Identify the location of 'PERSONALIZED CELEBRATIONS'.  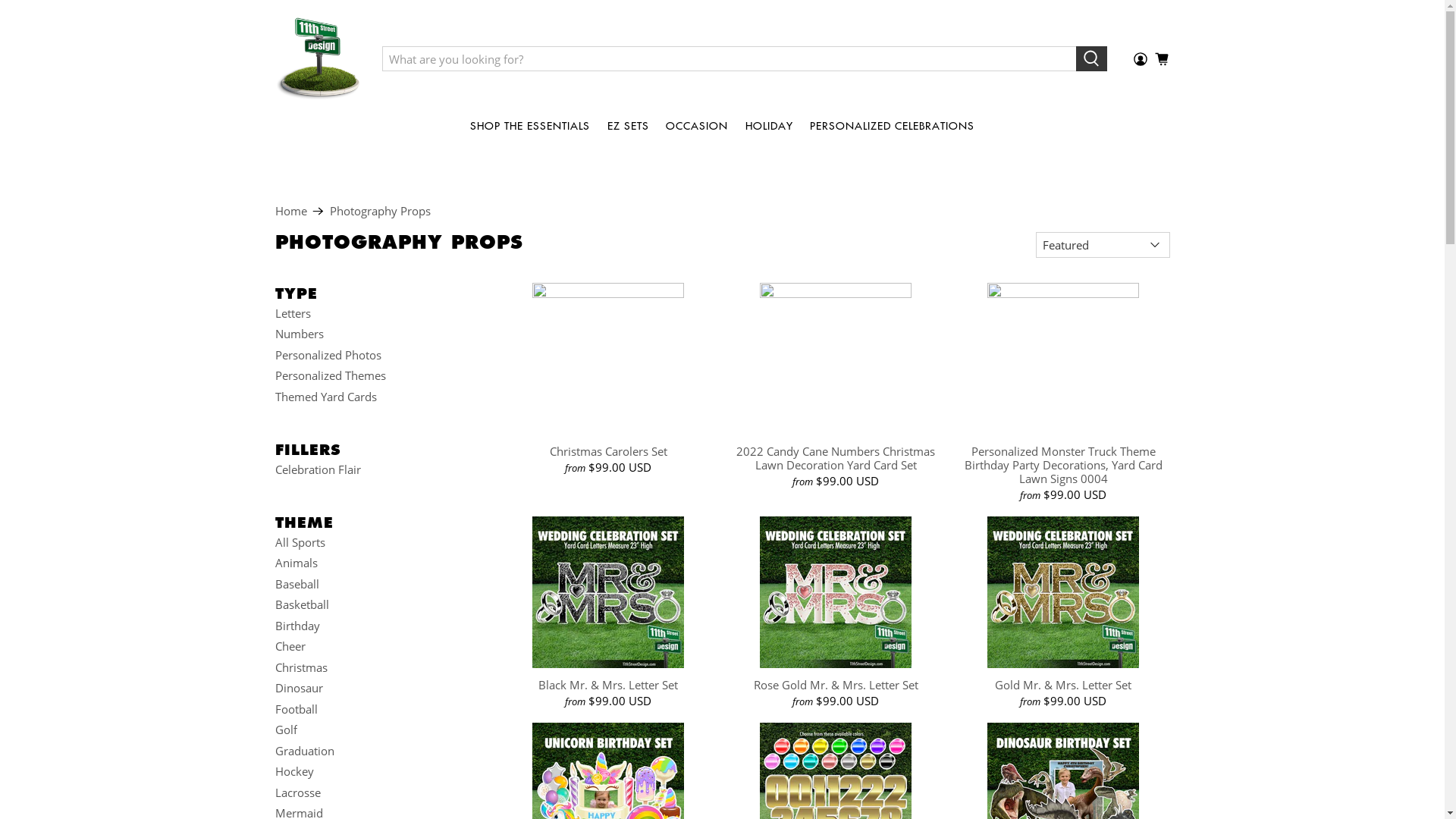
(892, 124).